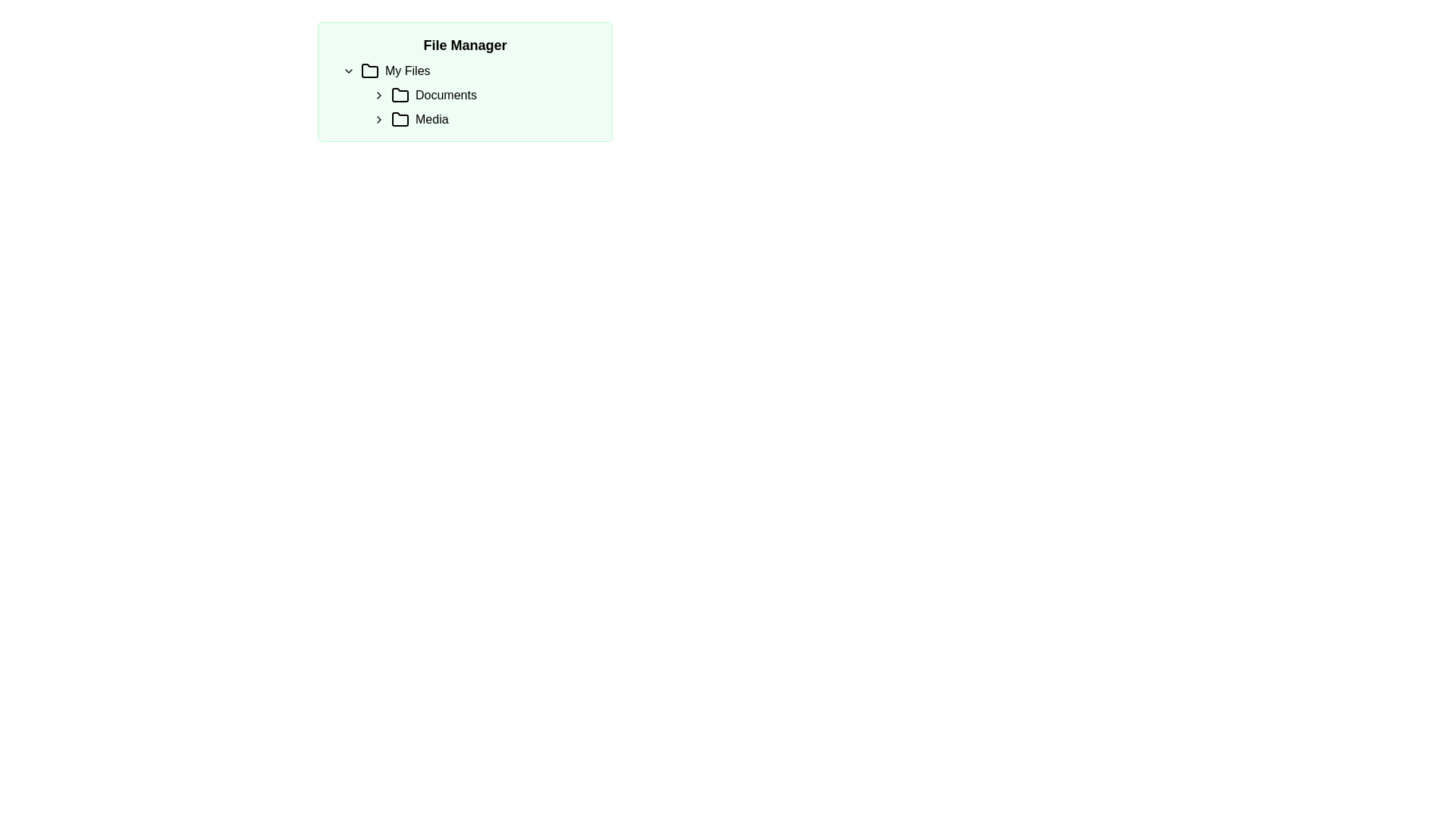 This screenshot has height=819, width=1456. I want to click on the 'Media' label with the folder icon, so click(419, 119).